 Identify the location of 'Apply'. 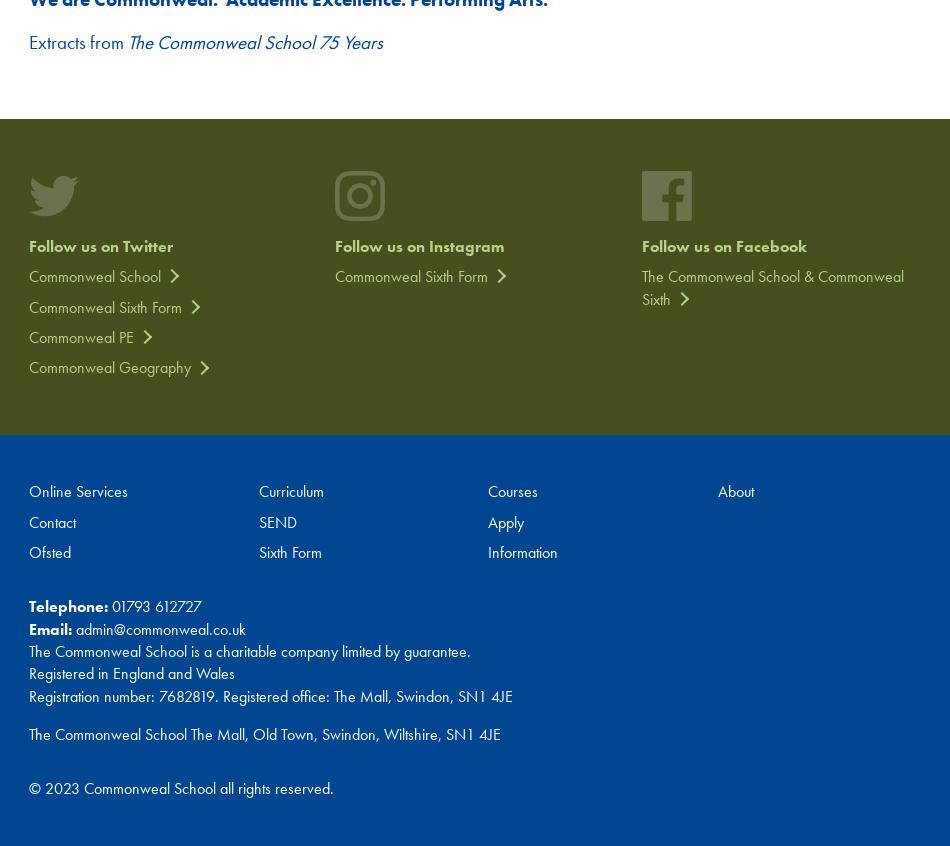
(505, 521).